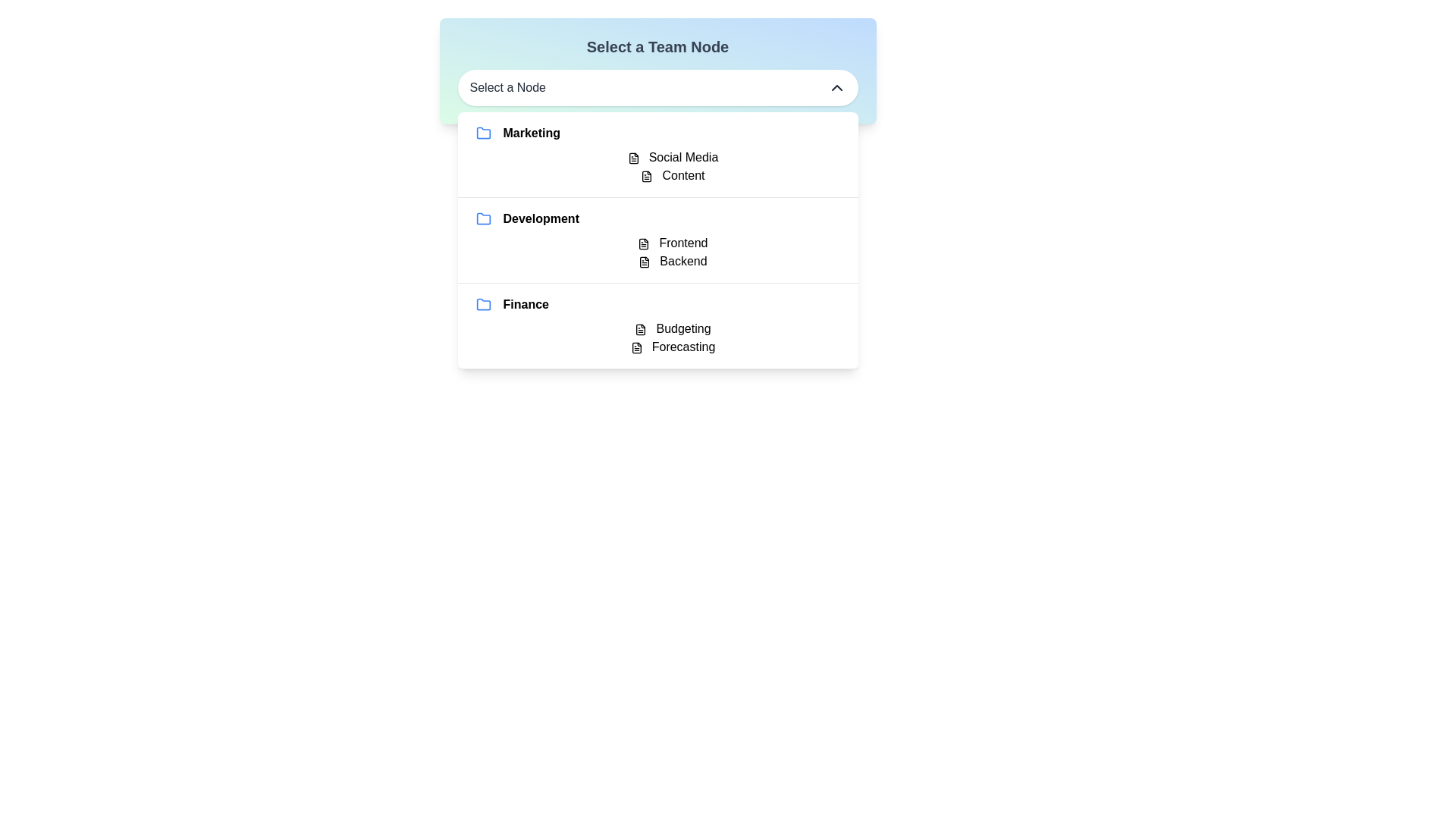 This screenshot has height=819, width=1456. Describe the element at coordinates (644, 243) in the screenshot. I see `the icon representing the 'Frontend' item in the 'Development' section, which visually indicates the associated document or file` at that location.